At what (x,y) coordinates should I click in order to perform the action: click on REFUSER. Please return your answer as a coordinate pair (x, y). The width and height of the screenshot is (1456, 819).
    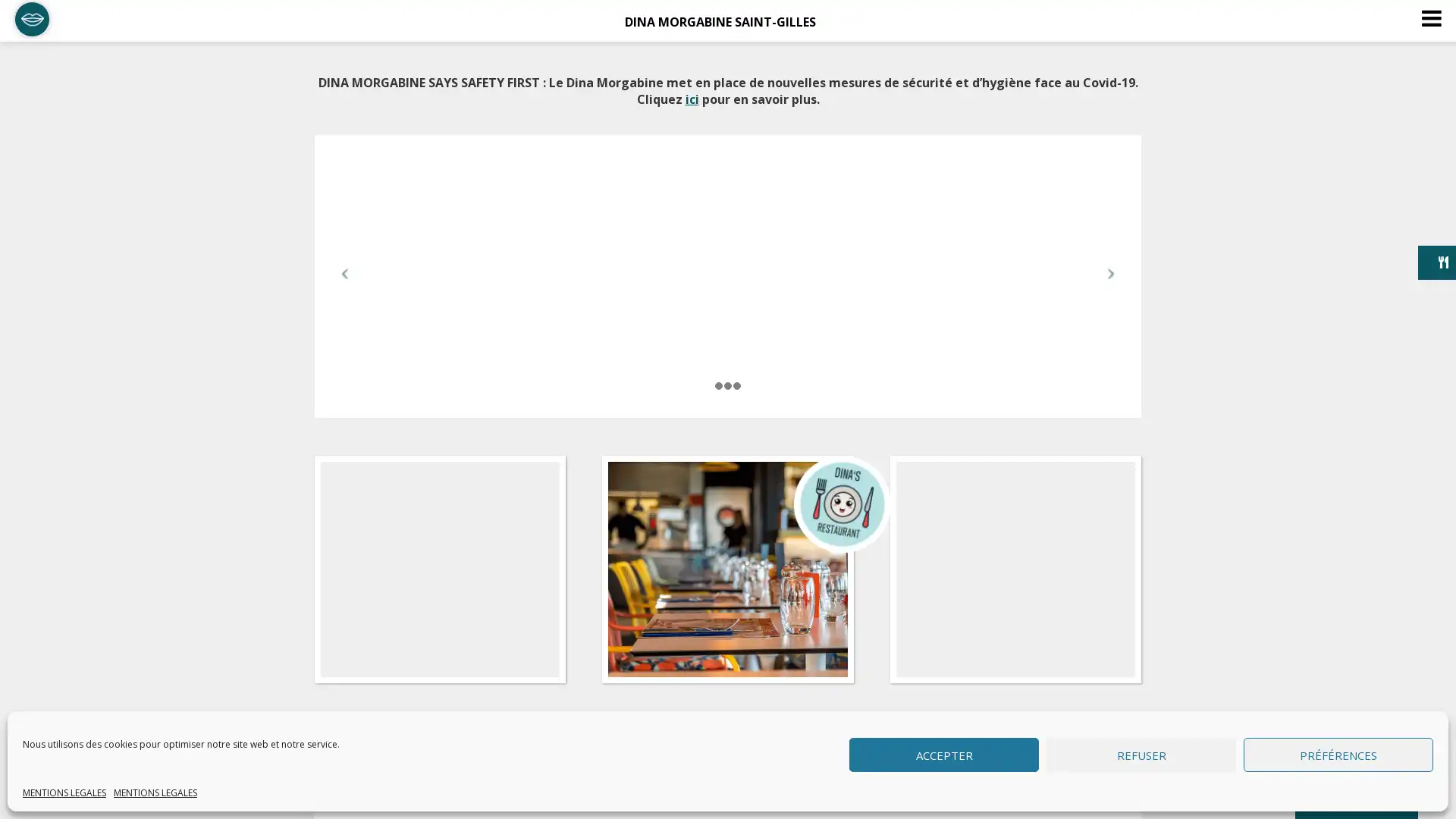
    Looking at the image, I should click on (1141, 755).